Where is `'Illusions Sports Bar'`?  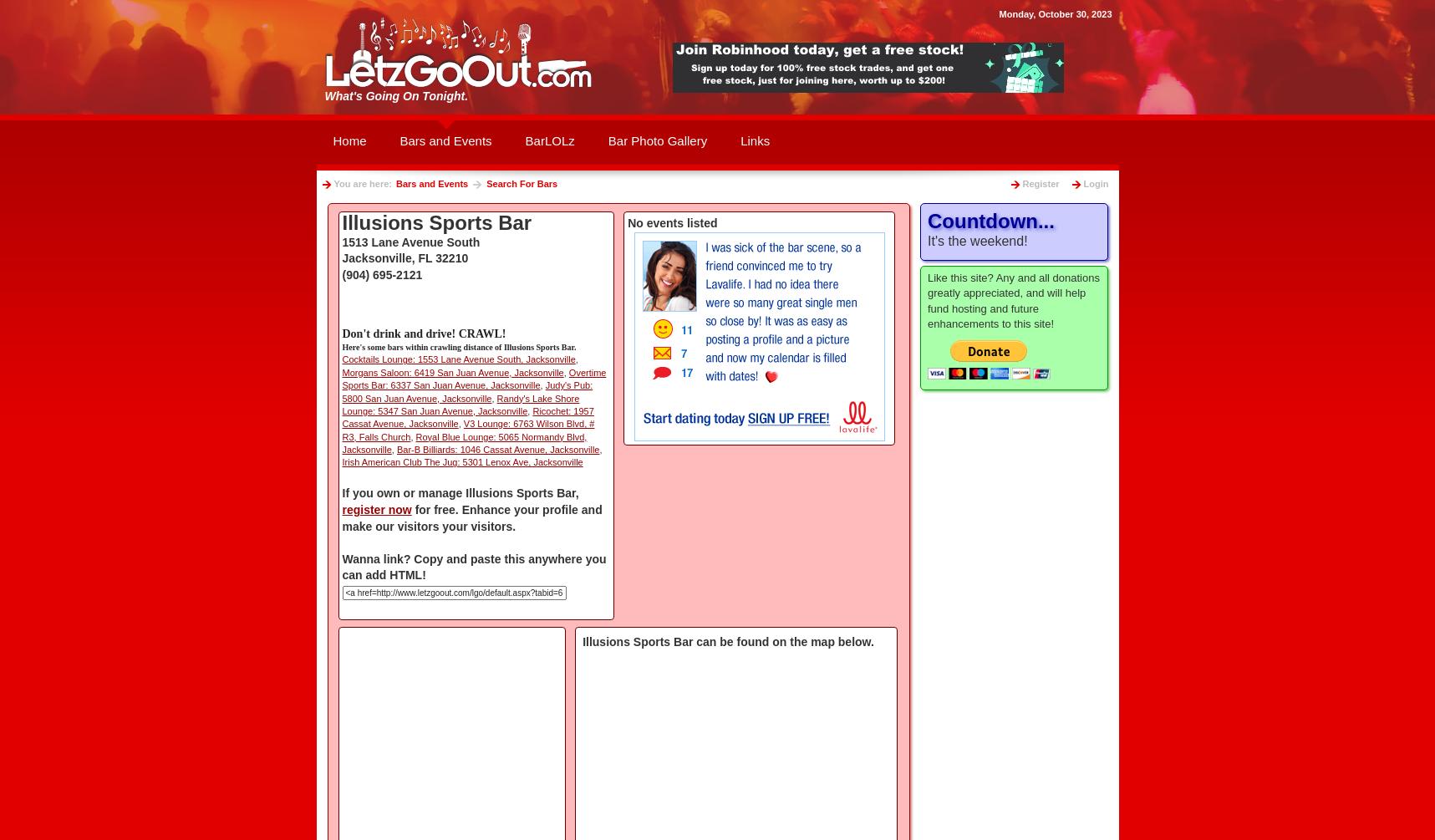 'Illusions Sports Bar' is located at coordinates (340, 221).